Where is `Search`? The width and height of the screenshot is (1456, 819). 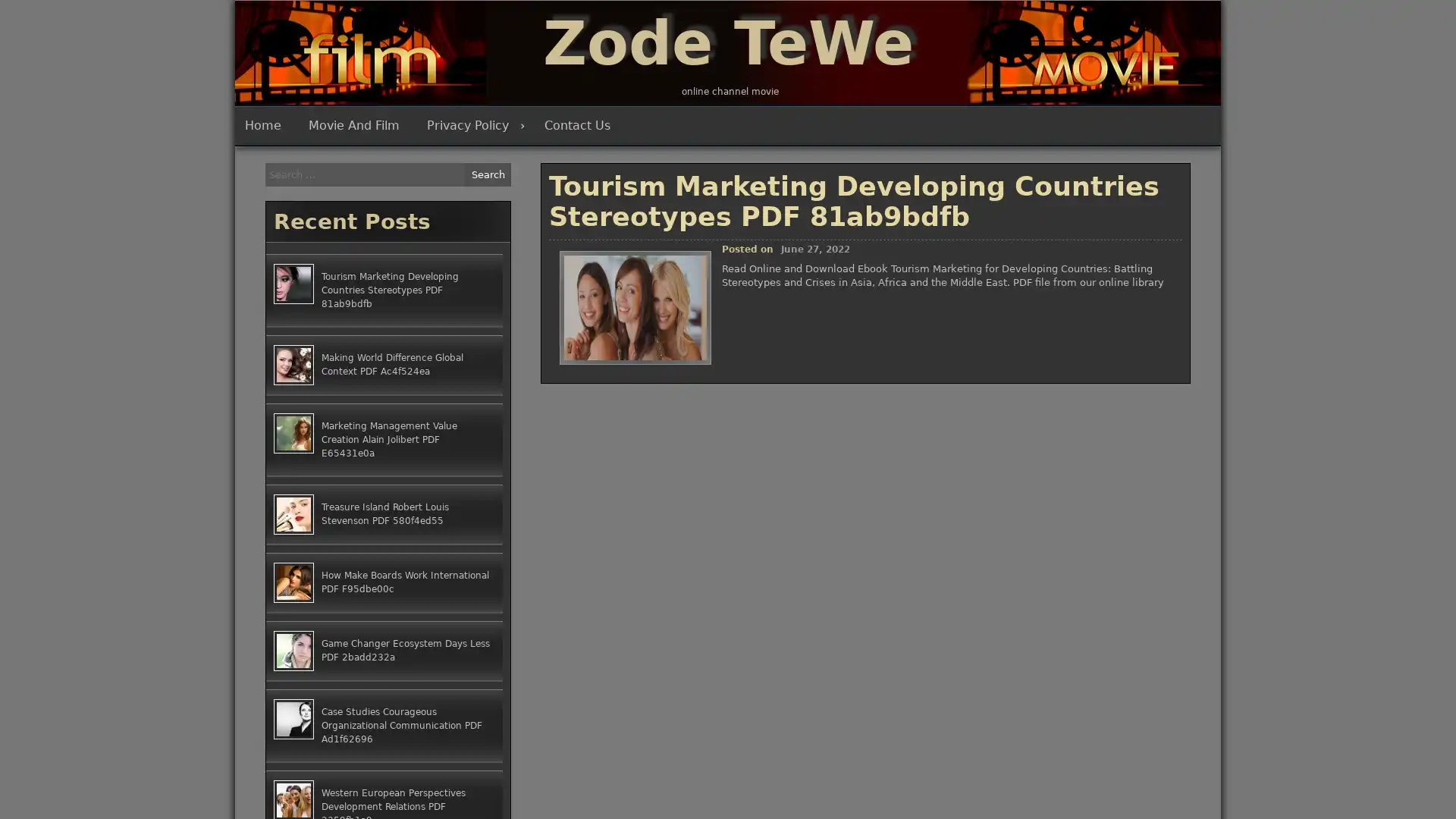 Search is located at coordinates (488, 174).